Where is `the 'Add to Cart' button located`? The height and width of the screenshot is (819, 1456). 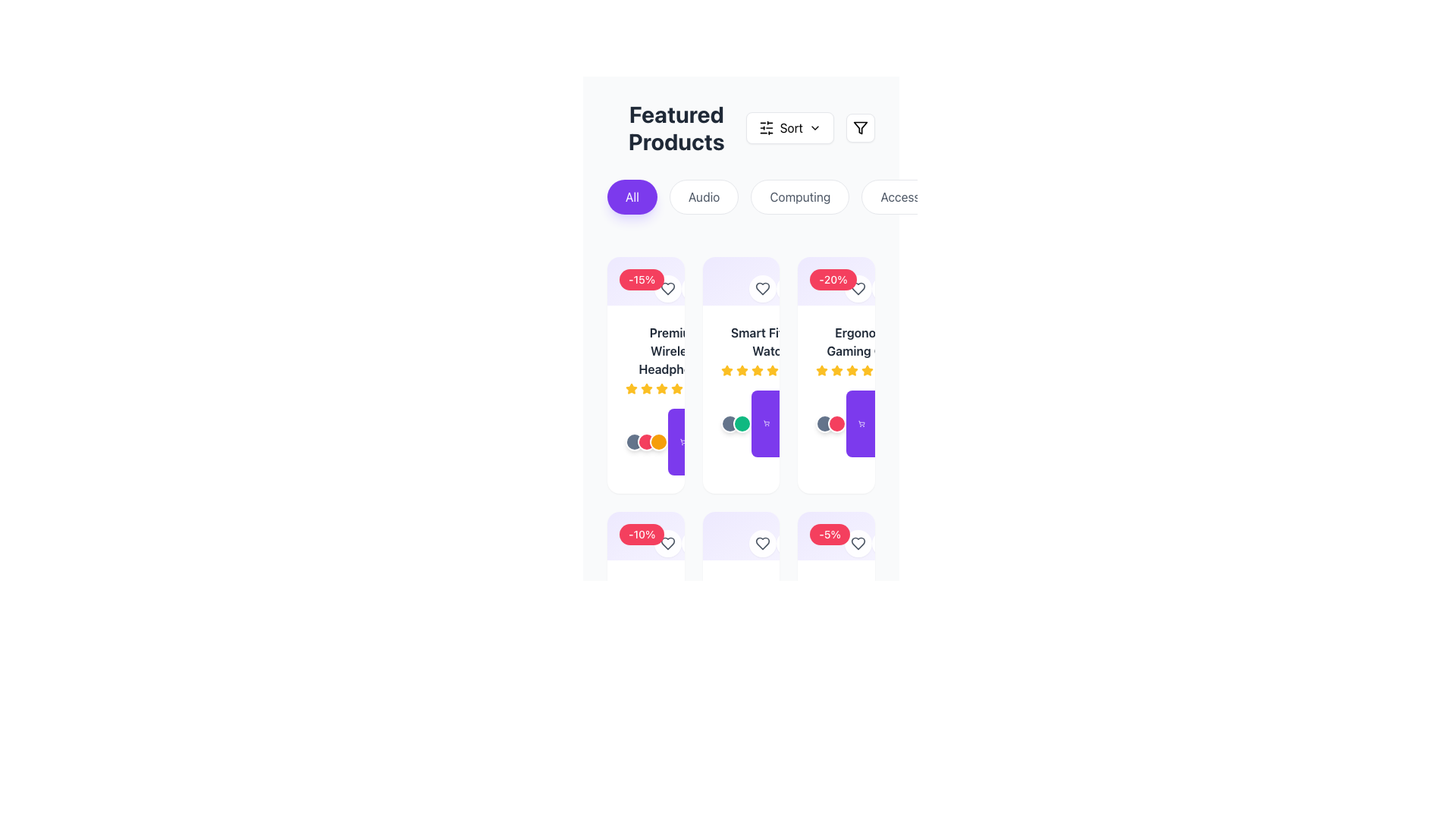
the 'Add to Cart' button located is located at coordinates (880, 424).